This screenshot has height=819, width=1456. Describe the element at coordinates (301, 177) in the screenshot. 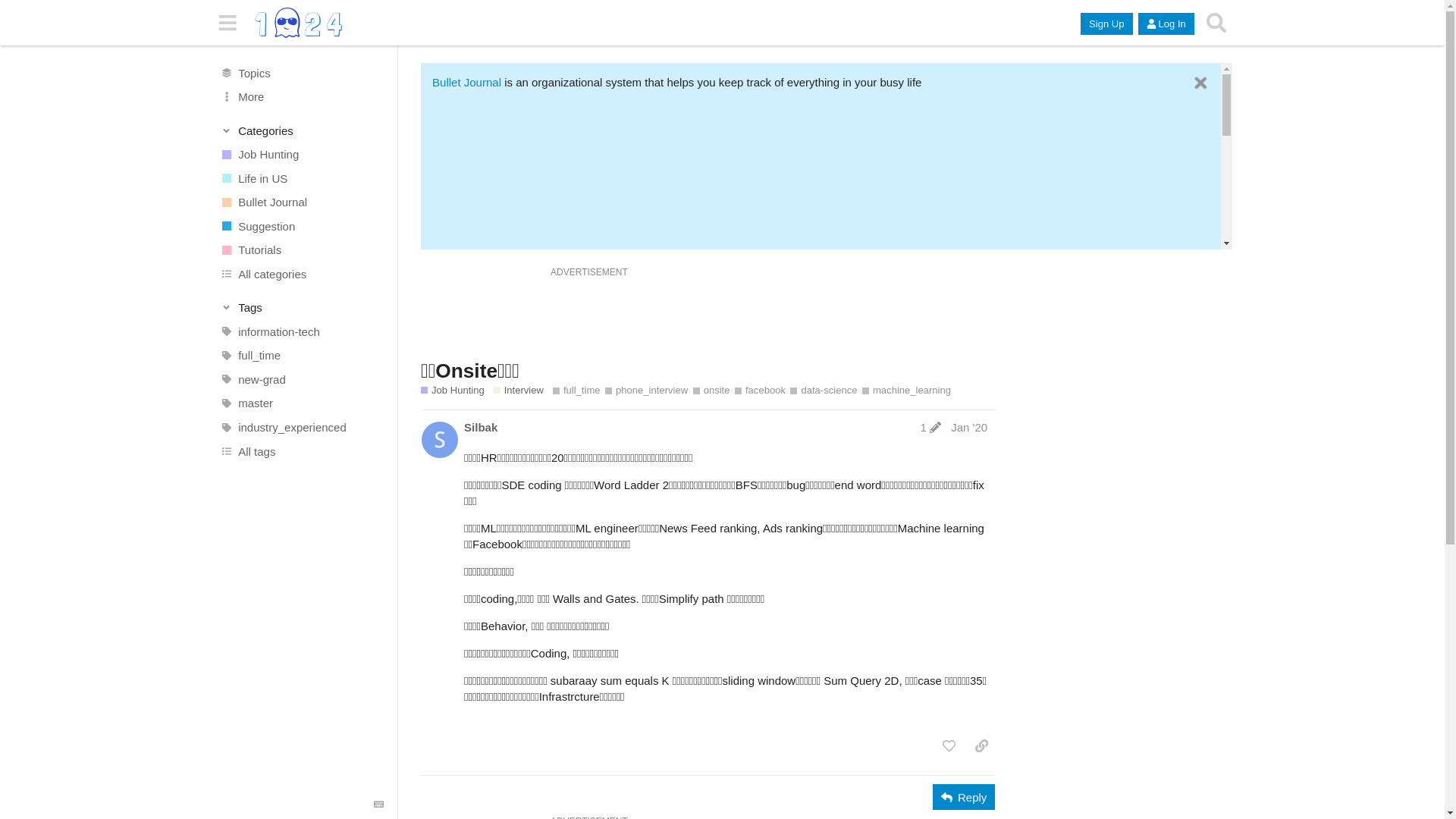

I see `'Life in US'` at that location.